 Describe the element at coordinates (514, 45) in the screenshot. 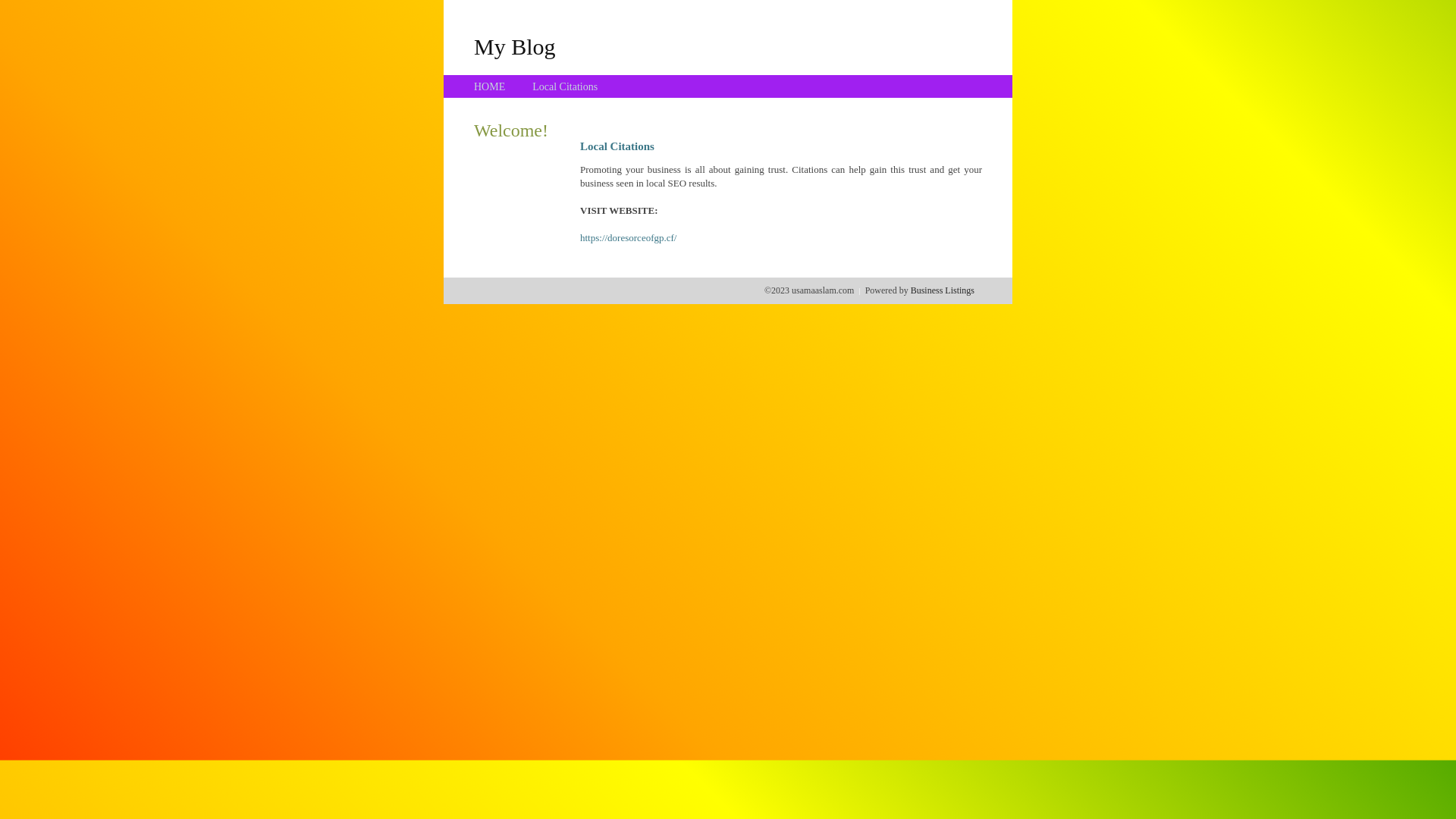

I see `'My Blog'` at that location.